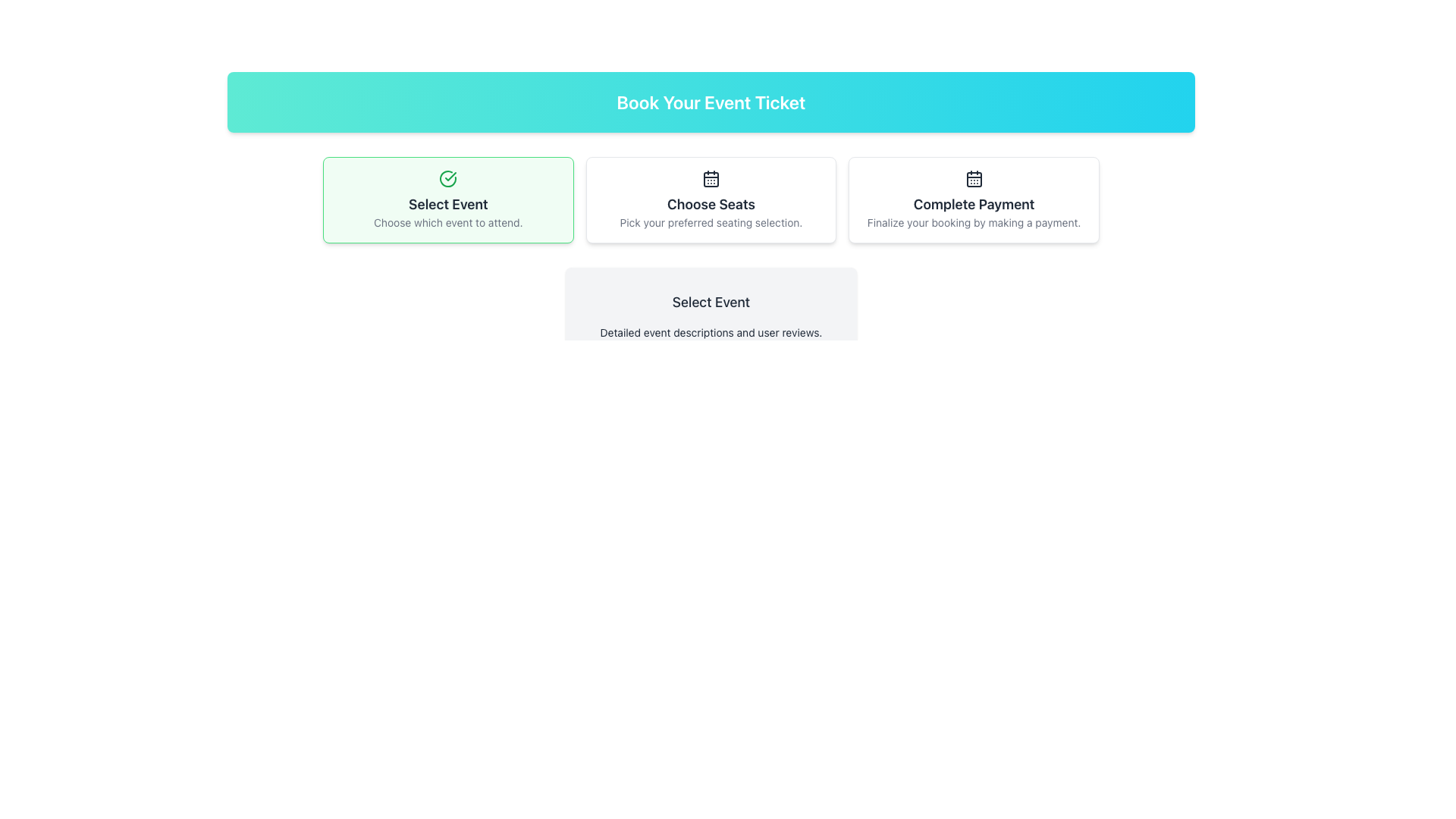  What do you see at coordinates (447, 177) in the screenshot?
I see `the SVG graphic element styled as an icon, which indicates the checked state of the associated event selection card located in the top-left portion of the interface, specifically within the Select Event section` at bounding box center [447, 177].